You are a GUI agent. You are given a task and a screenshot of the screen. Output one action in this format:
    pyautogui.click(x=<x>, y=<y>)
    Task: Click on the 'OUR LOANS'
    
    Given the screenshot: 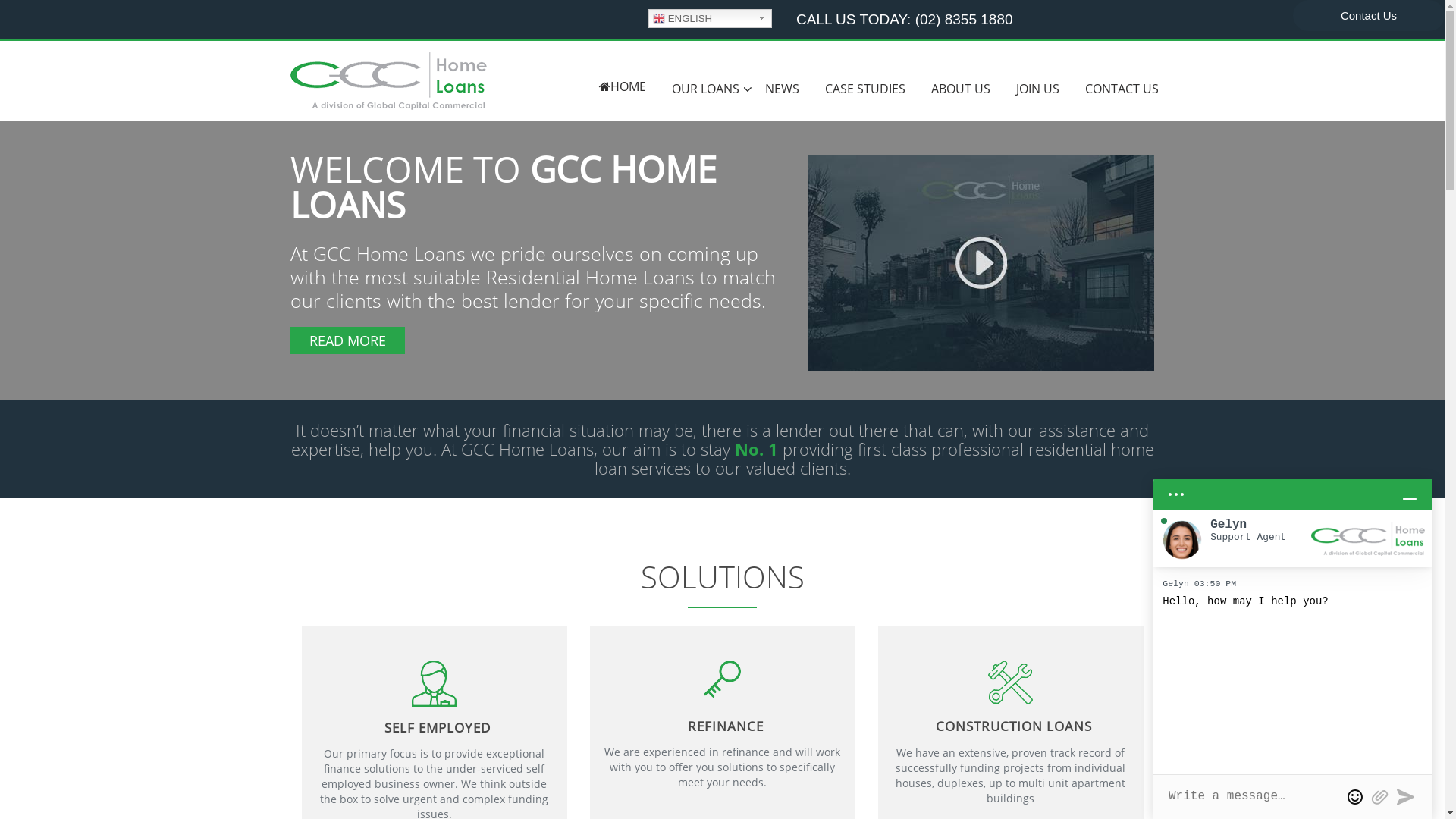 What is the action you would take?
    pyautogui.click(x=704, y=89)
    